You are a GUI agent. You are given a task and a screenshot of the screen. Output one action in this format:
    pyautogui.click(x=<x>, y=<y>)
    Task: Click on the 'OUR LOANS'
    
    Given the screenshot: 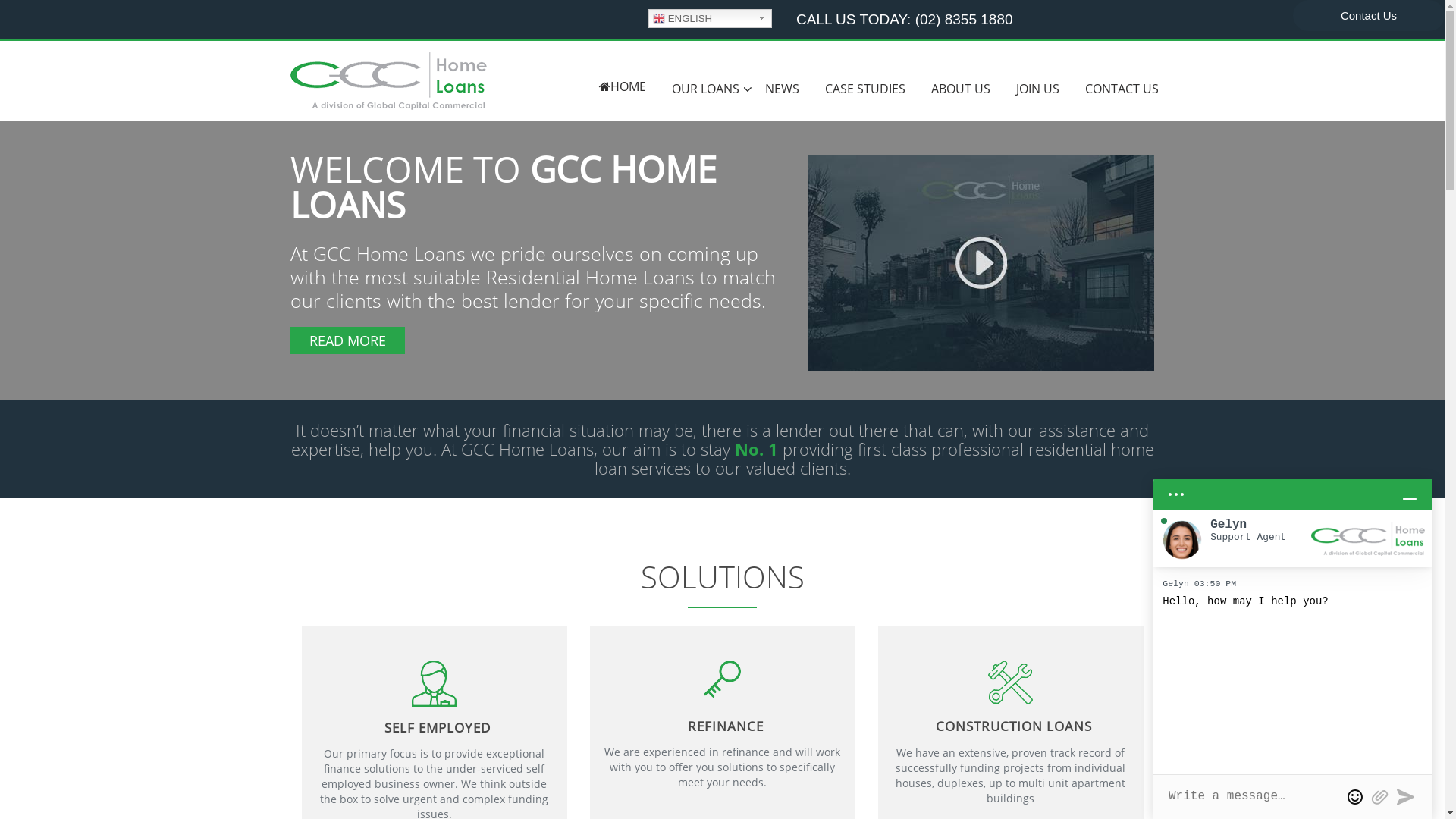 What is the action you would take?
    pyautogui.click(x=704, y=89)
    